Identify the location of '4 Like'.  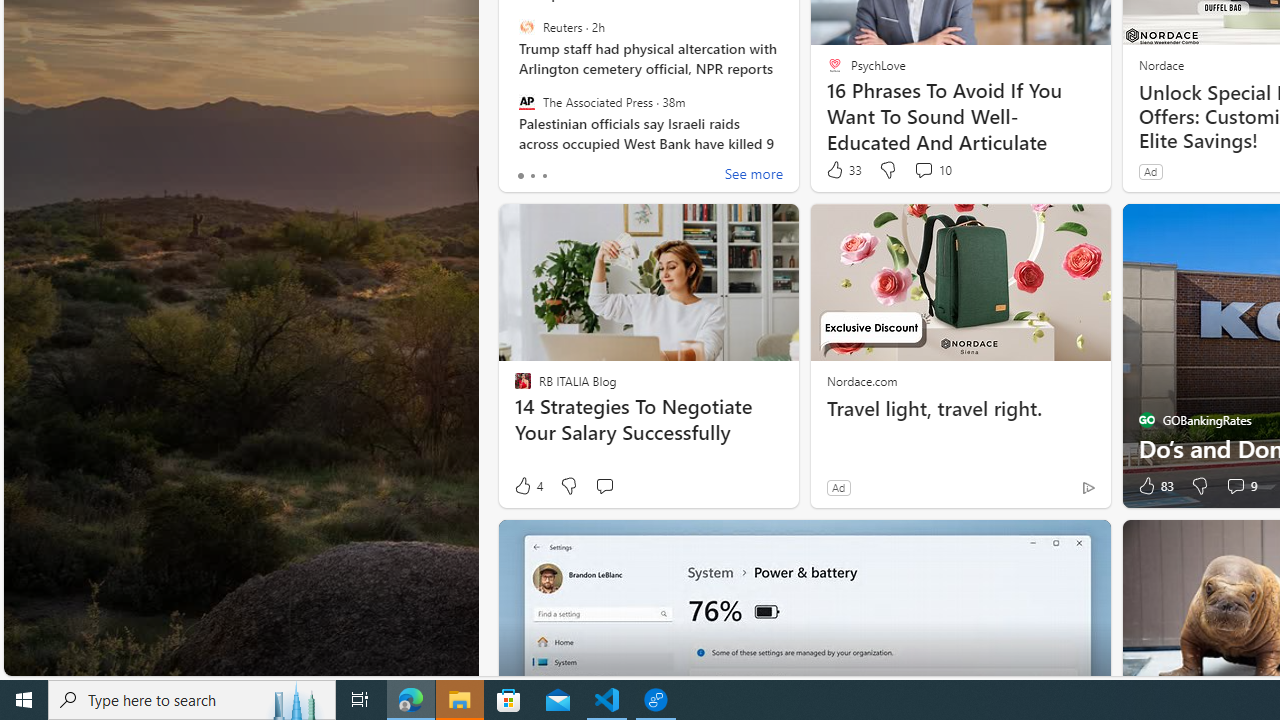
(527, 486).